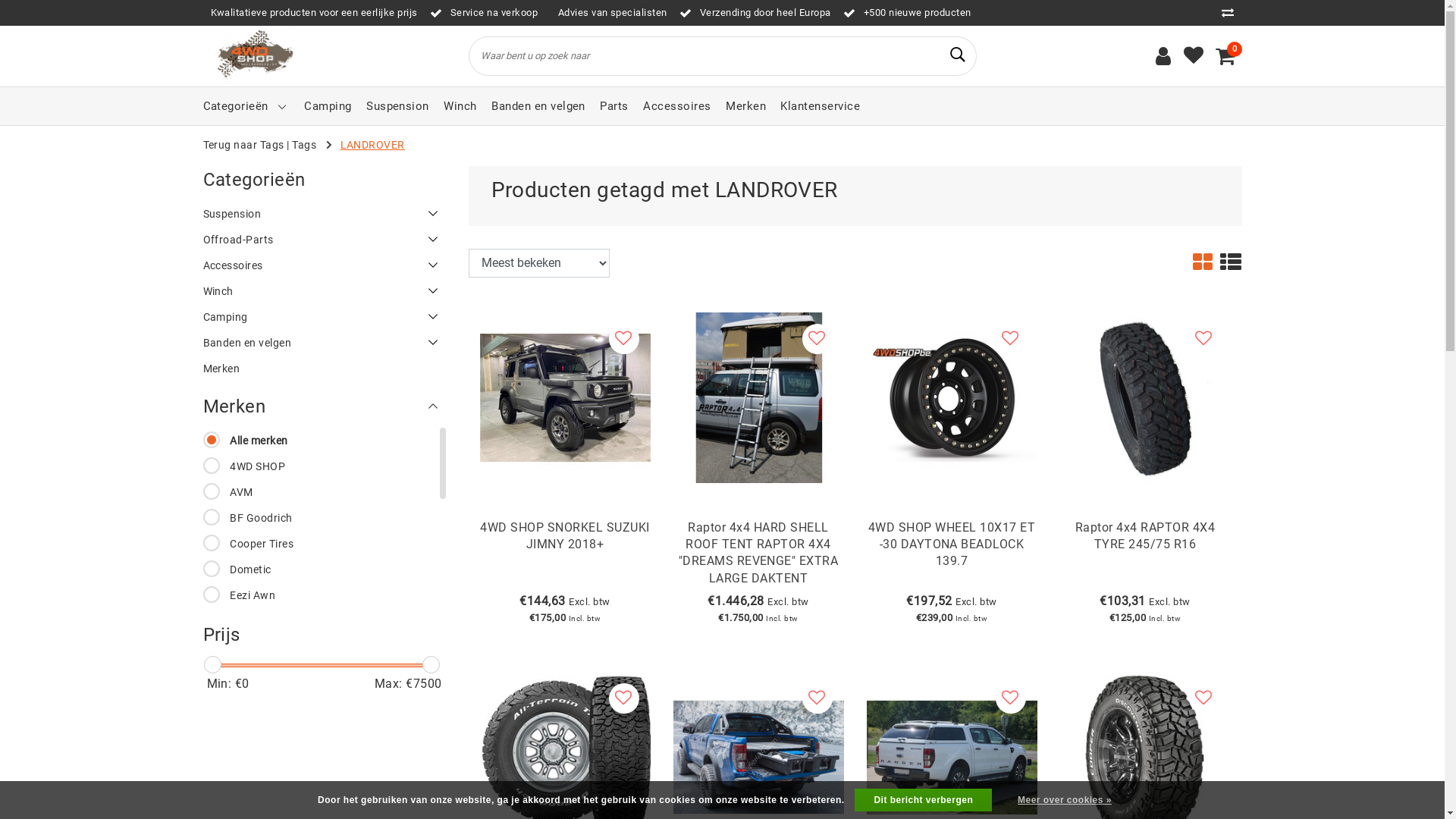 The width and height of the screenshot is (1456, 819). I want to click on '4WD Shop', so click(253, 55).